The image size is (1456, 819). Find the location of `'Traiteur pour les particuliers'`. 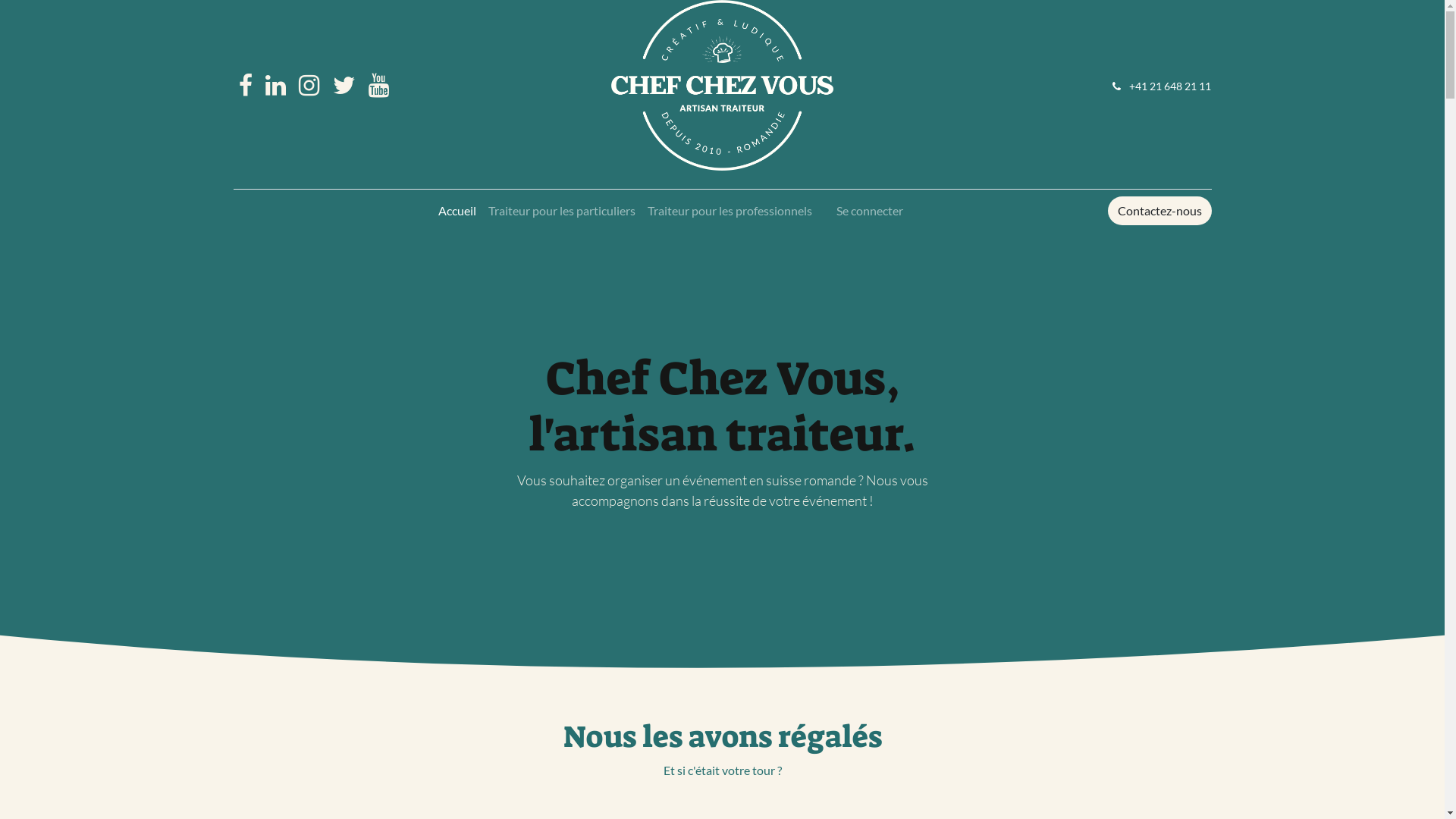

'Traiteur pour les particuliers' is located at coordinates (481, 210).